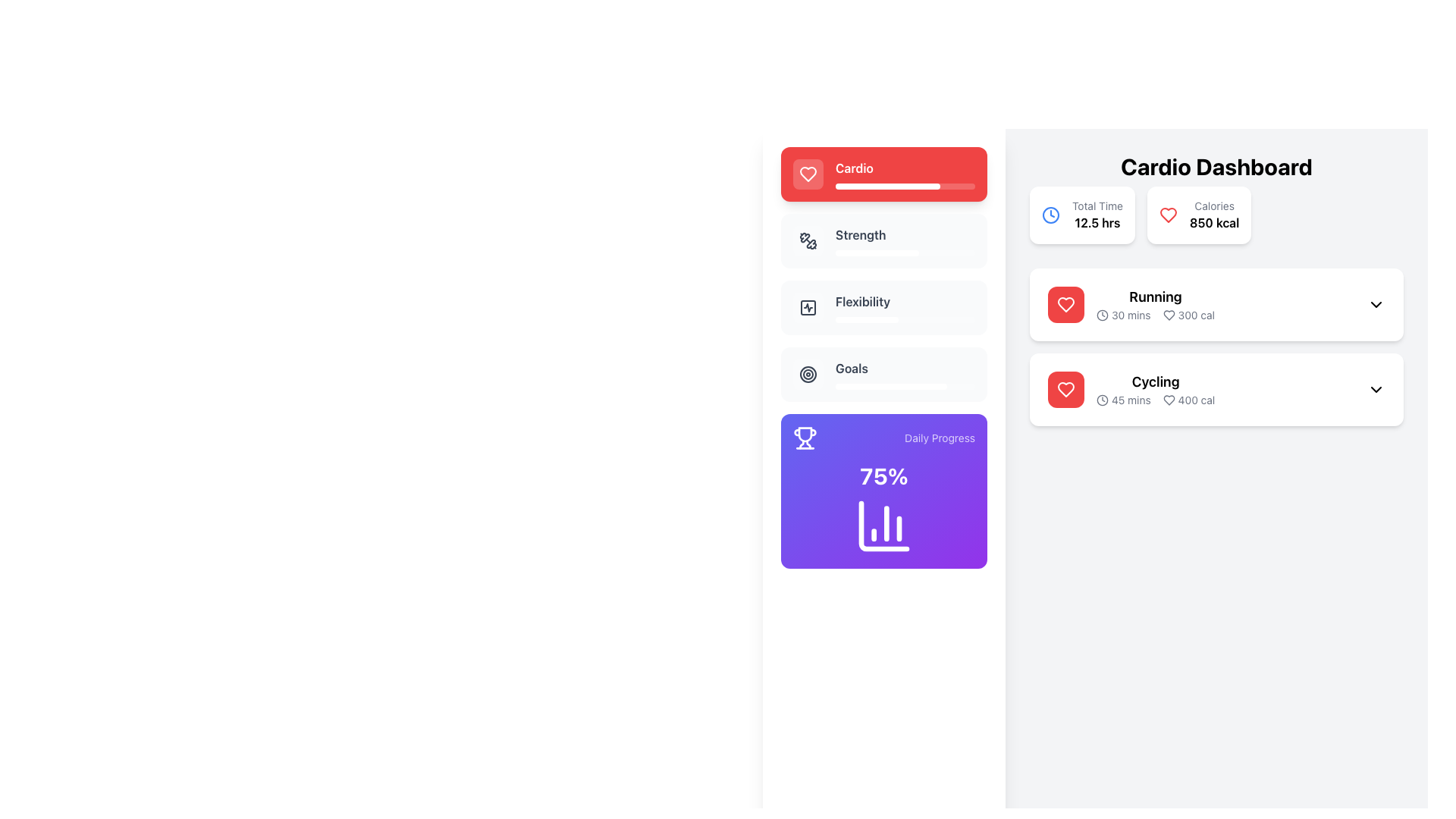 The image size is (1456, 819). I want to click on the Text label that displays the total calorie count, located under the 'Calories' label on the right side of the 'Cardio Dashboard' section, so click(1214, 222).